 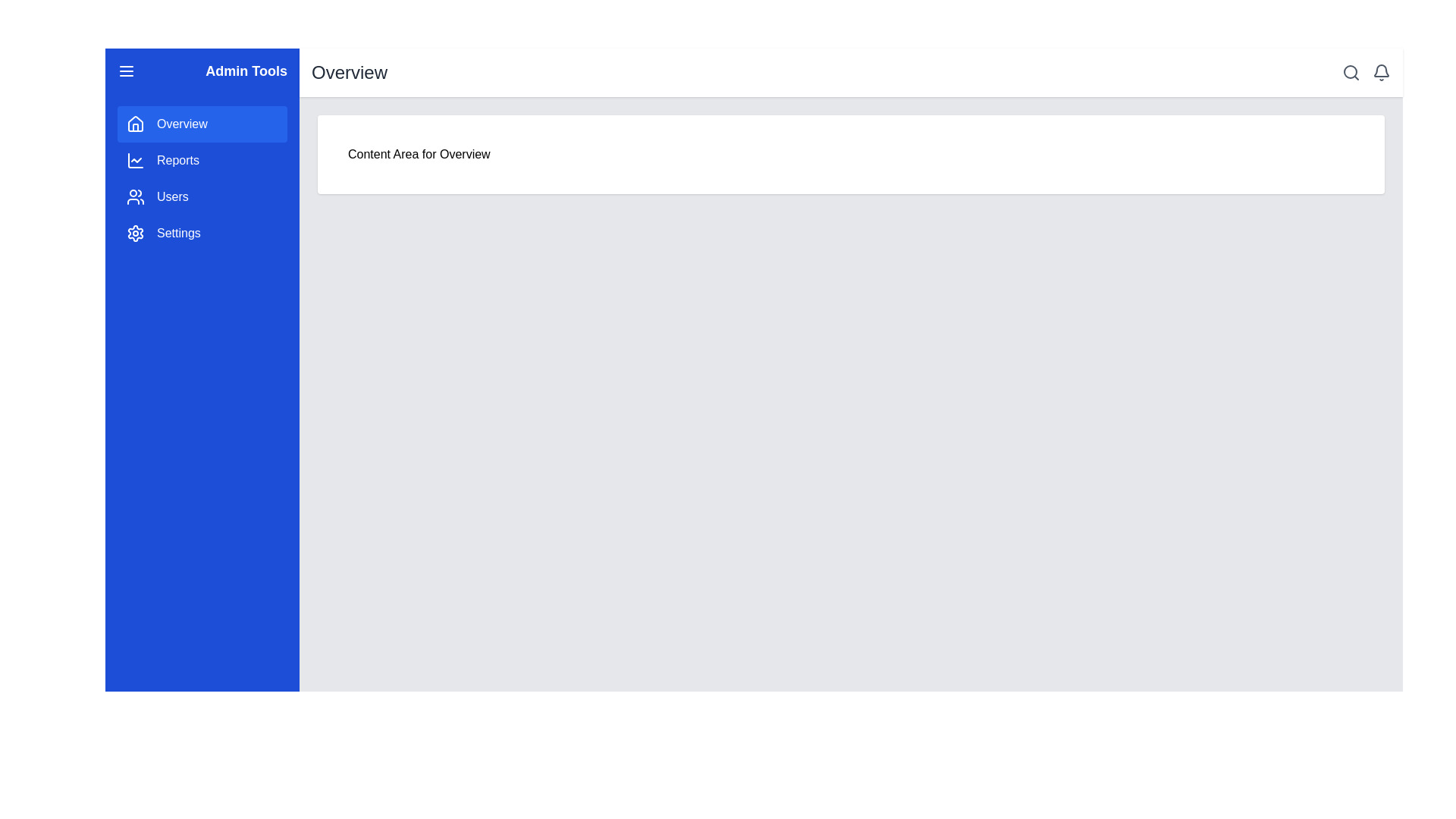 I want to click on the text label reading 'Users' in the sidebar menu, so click(x=172, y=196).